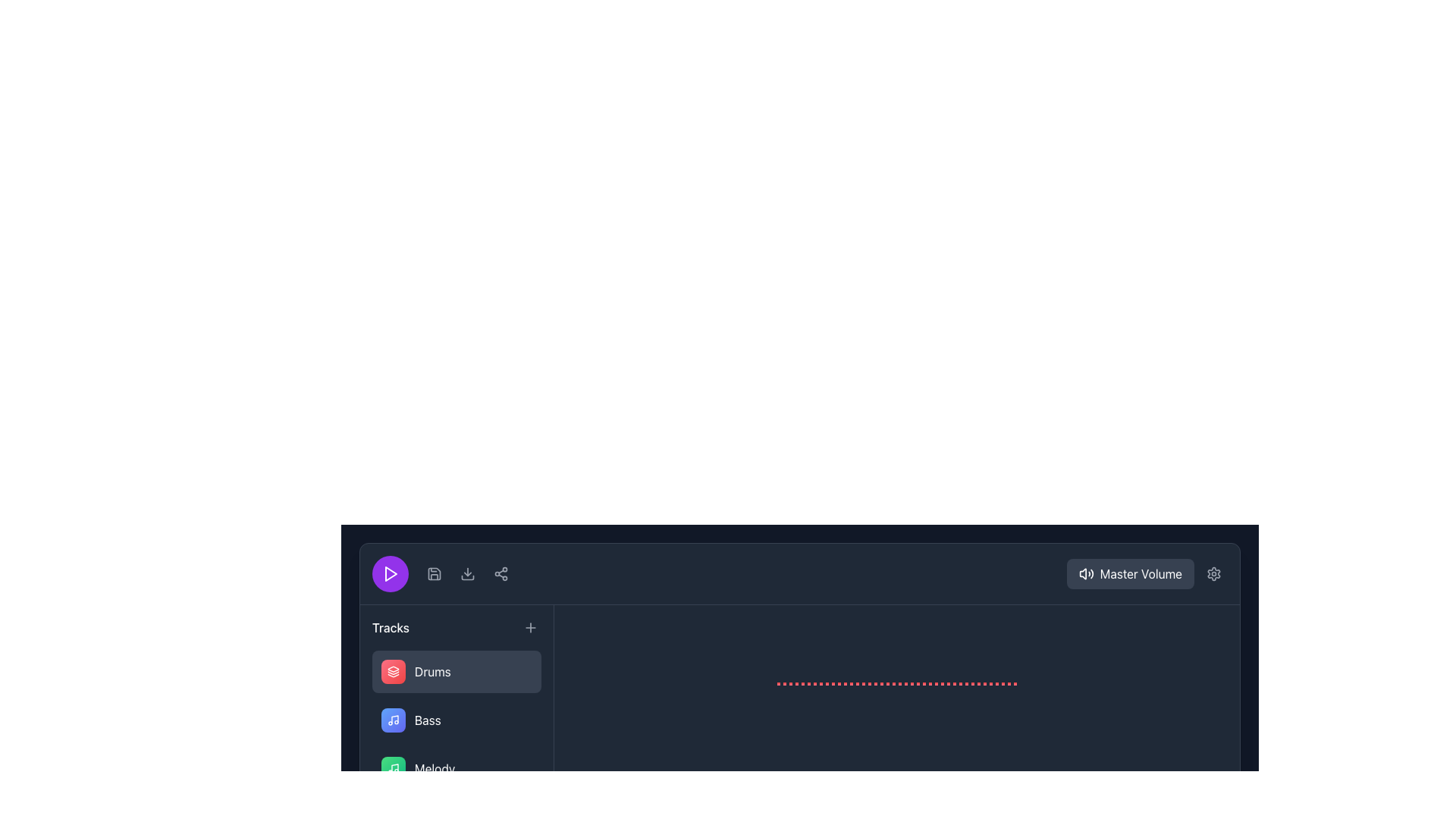 This screenshot has height=819, width=1456. I want to click on the sharing icon button located in the top navigation bar, to the right of the main play button, so click(501, 573).